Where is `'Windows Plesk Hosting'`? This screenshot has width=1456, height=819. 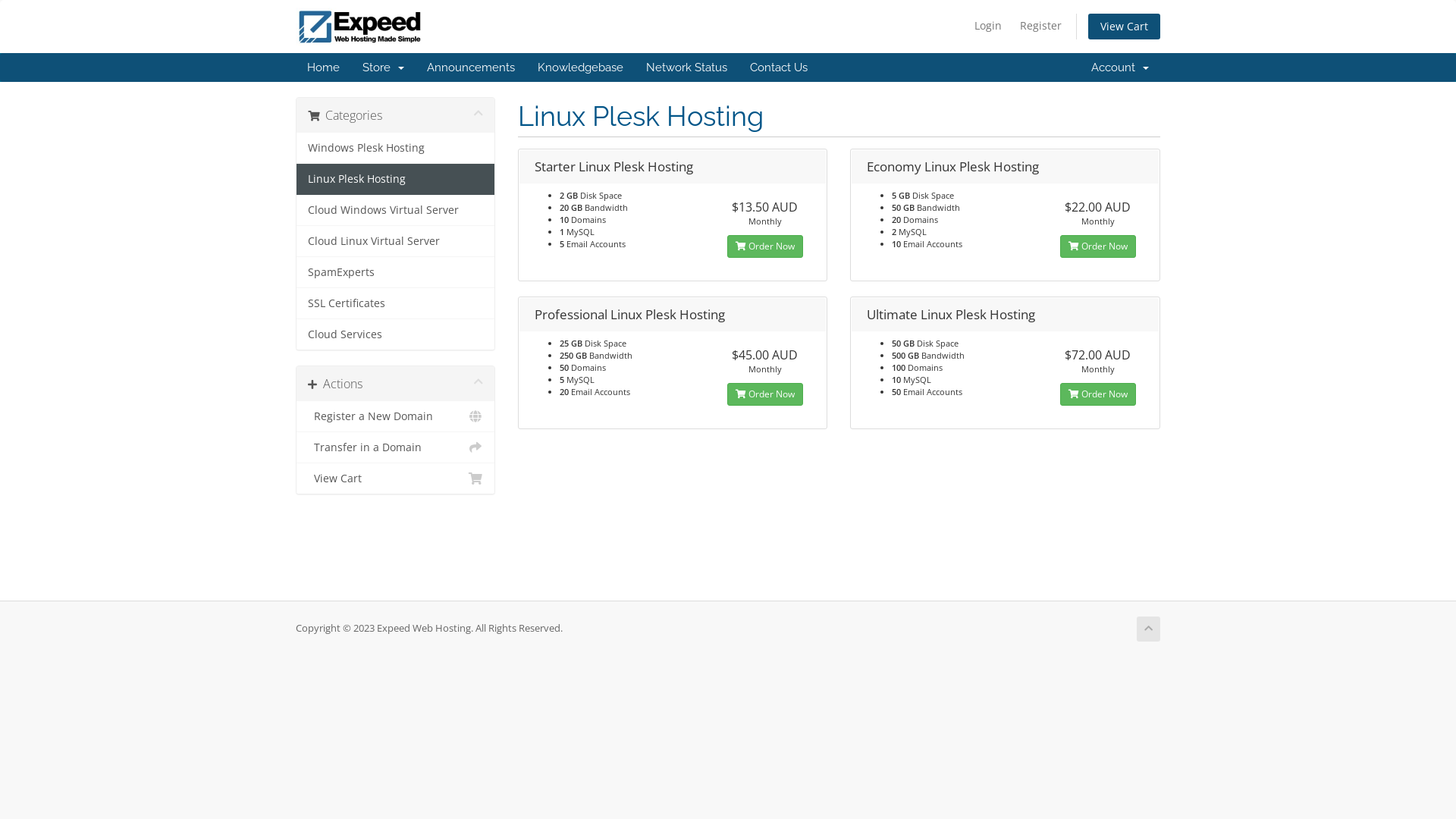
'Windows Plesk Hosting' is located at coordinates (395, 148).